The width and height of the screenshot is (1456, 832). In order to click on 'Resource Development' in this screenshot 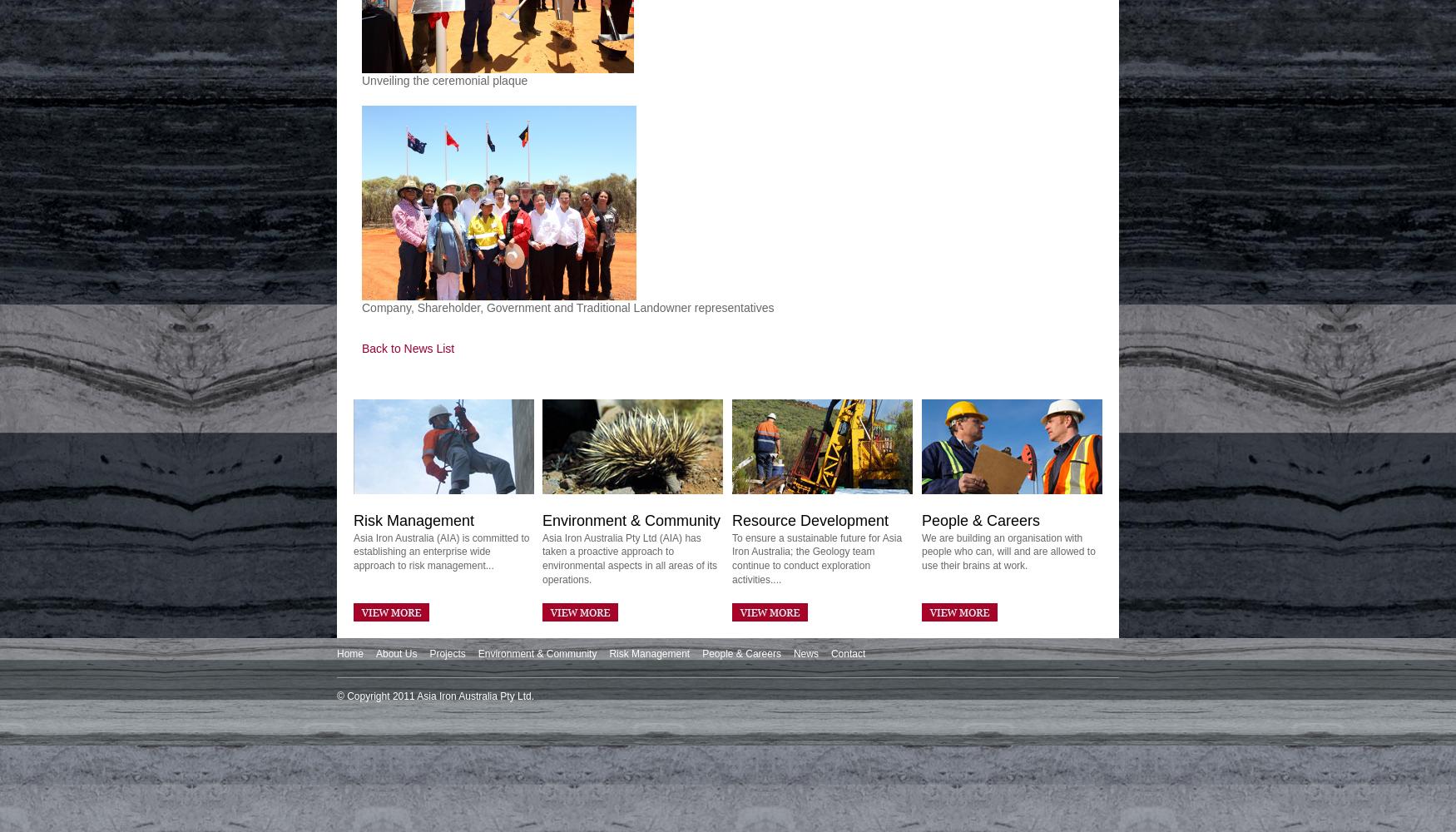, I will do `click(810, 520)`.